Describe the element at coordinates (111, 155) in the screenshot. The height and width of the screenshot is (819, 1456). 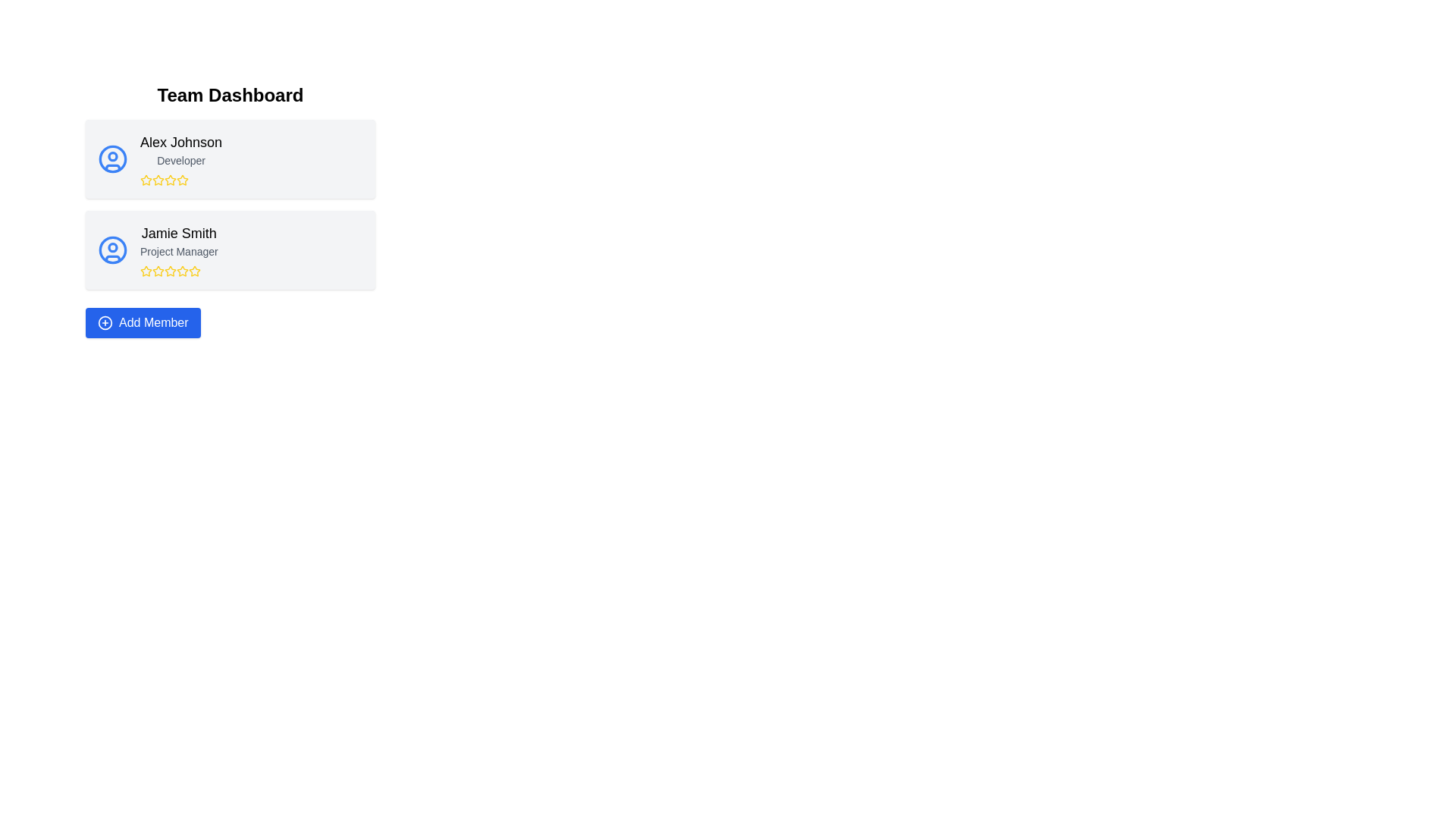
I see `the circular graphic element representing the profile picture of user 'Alex Johnson' located at the top-center of the avatar component` at that location.